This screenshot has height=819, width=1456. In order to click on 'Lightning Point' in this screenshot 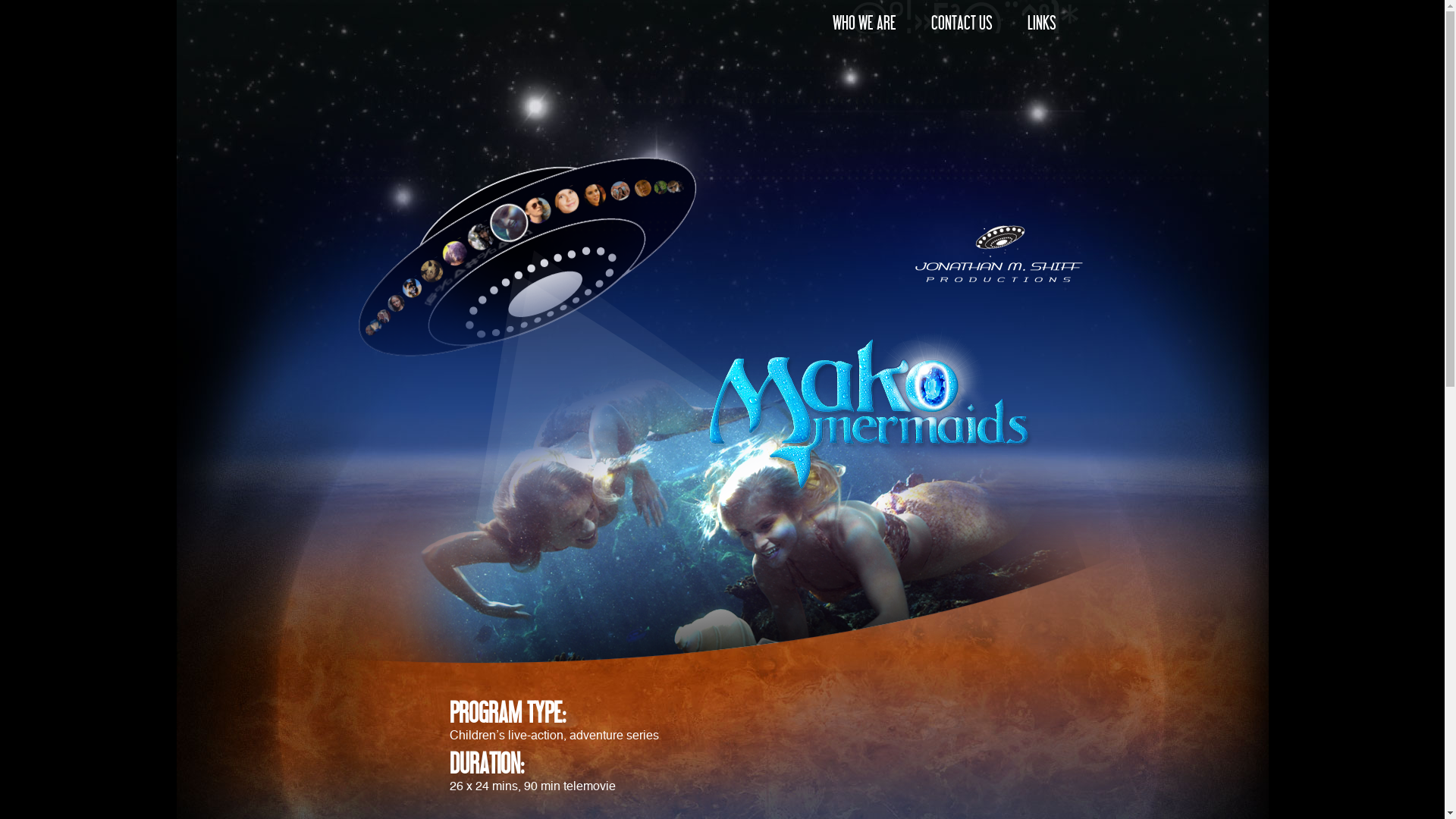, I will do `click(562, 200)`.